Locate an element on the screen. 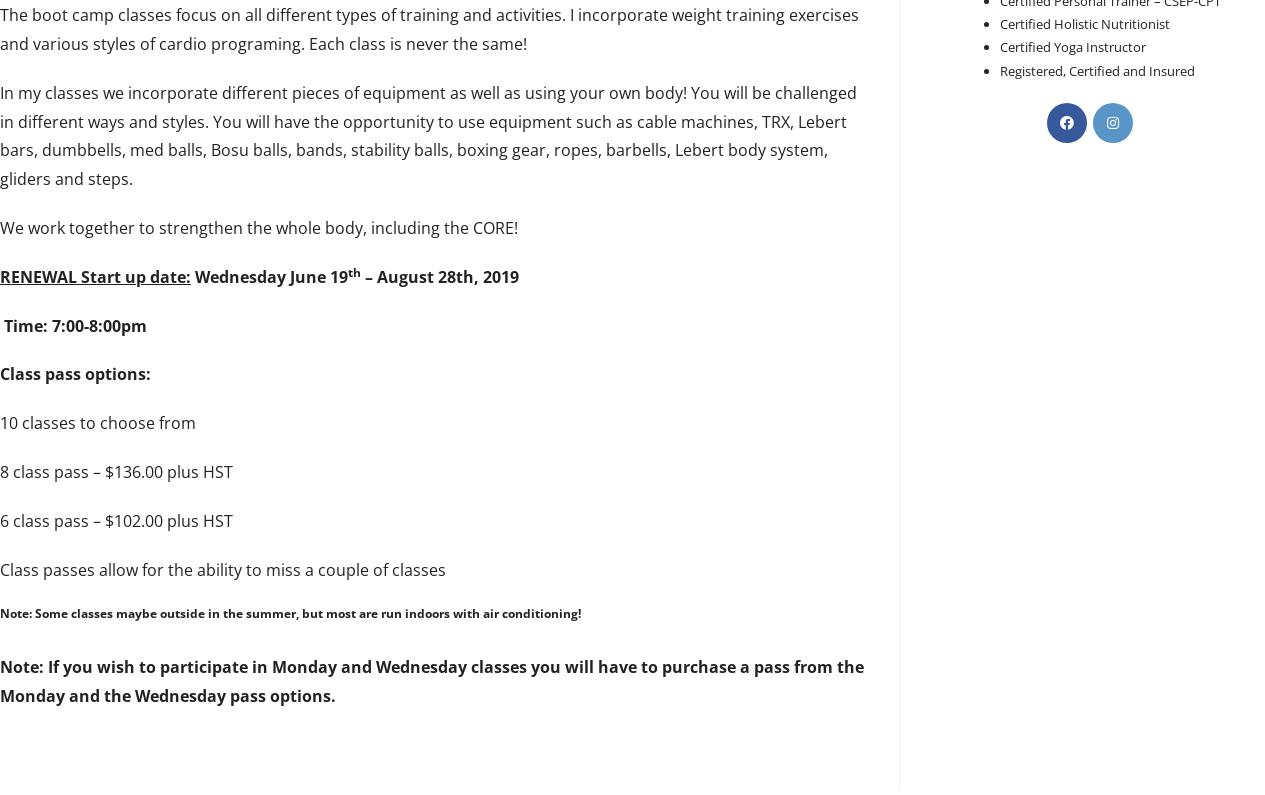  'We work together to strengthen the whole body, including the CORE!' is located at coordinates (257, 225).